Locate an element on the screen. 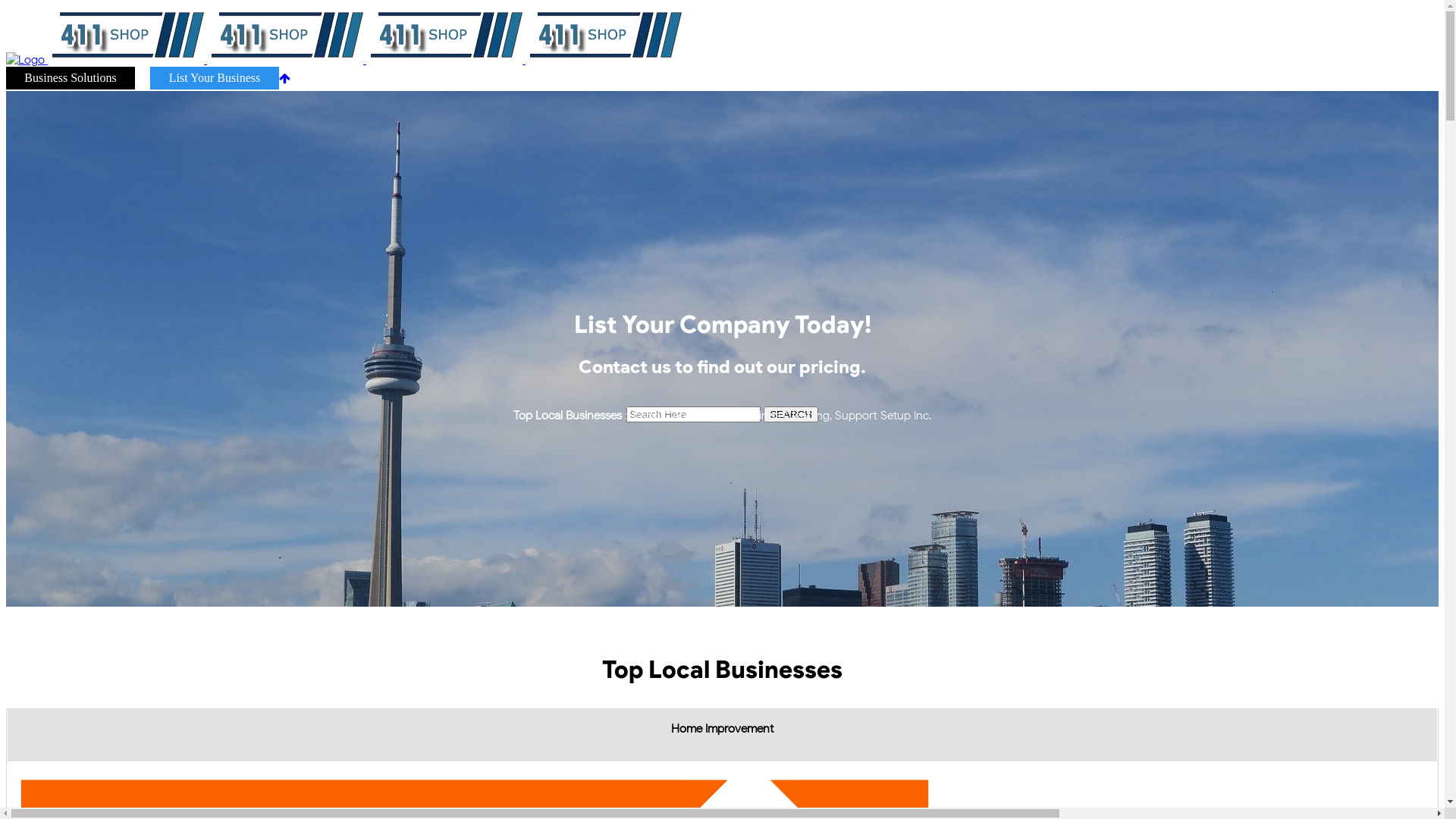  'SEARCH' is located at coordinates (789, 414).